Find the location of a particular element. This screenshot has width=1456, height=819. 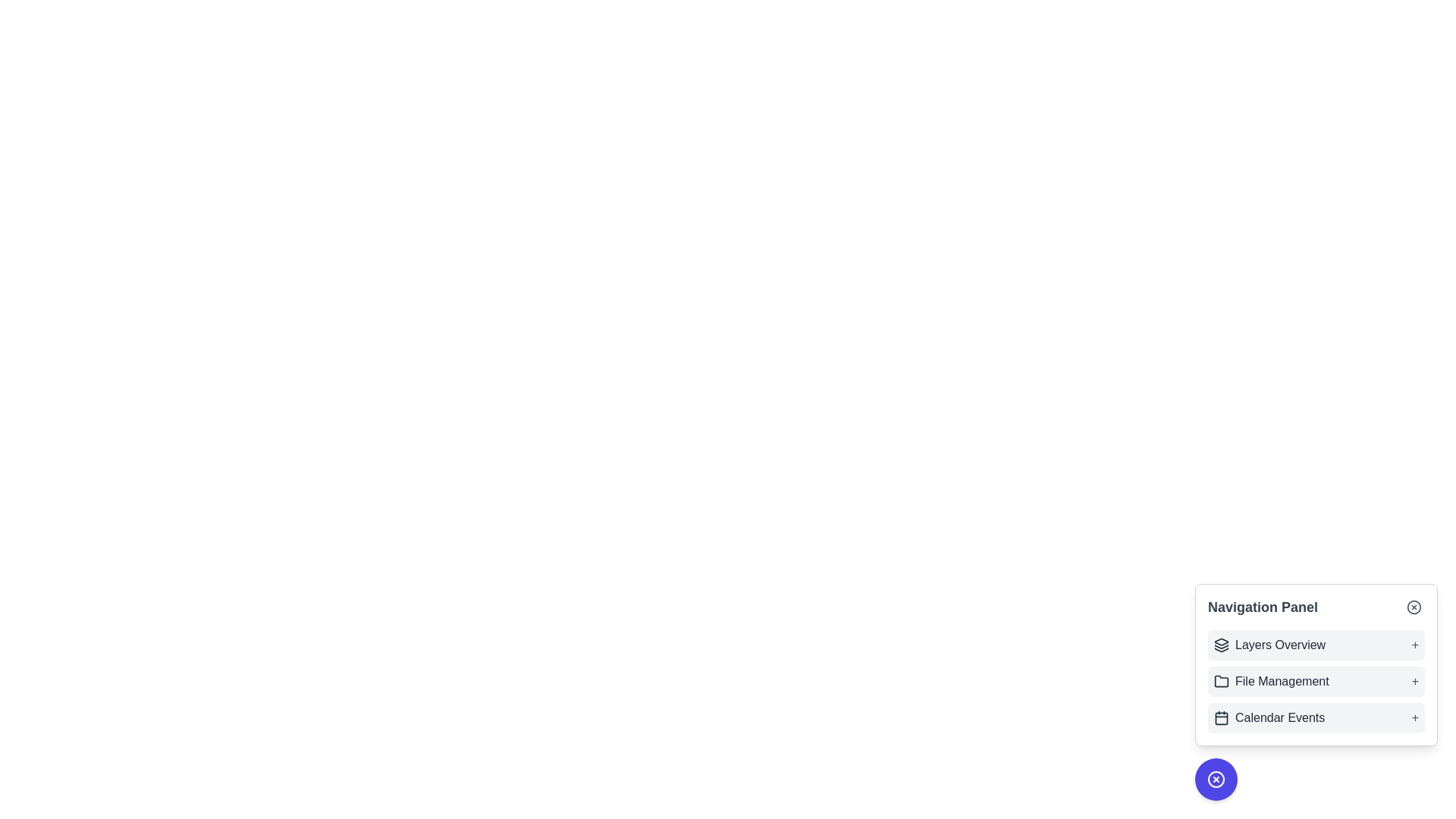

the second item in the navigation list for managing files, located in the center of the right-side navigation panel is located at coordinates (1316, 680).